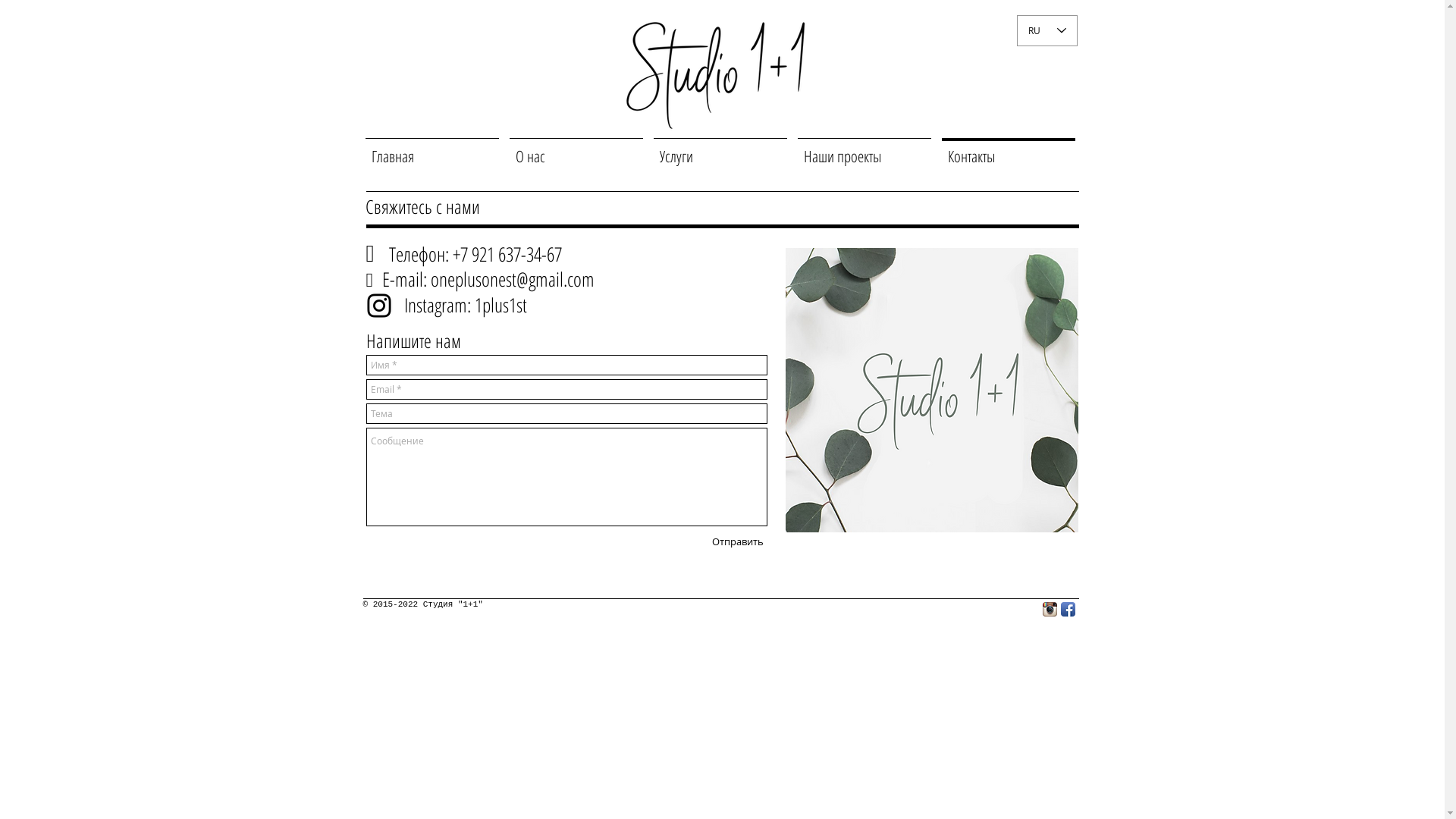 The image size is (1456, 819). Describe the element at coordinates (513, 278) in the screenshot. I see `'oneplusonest@gmail.com'` at that location.